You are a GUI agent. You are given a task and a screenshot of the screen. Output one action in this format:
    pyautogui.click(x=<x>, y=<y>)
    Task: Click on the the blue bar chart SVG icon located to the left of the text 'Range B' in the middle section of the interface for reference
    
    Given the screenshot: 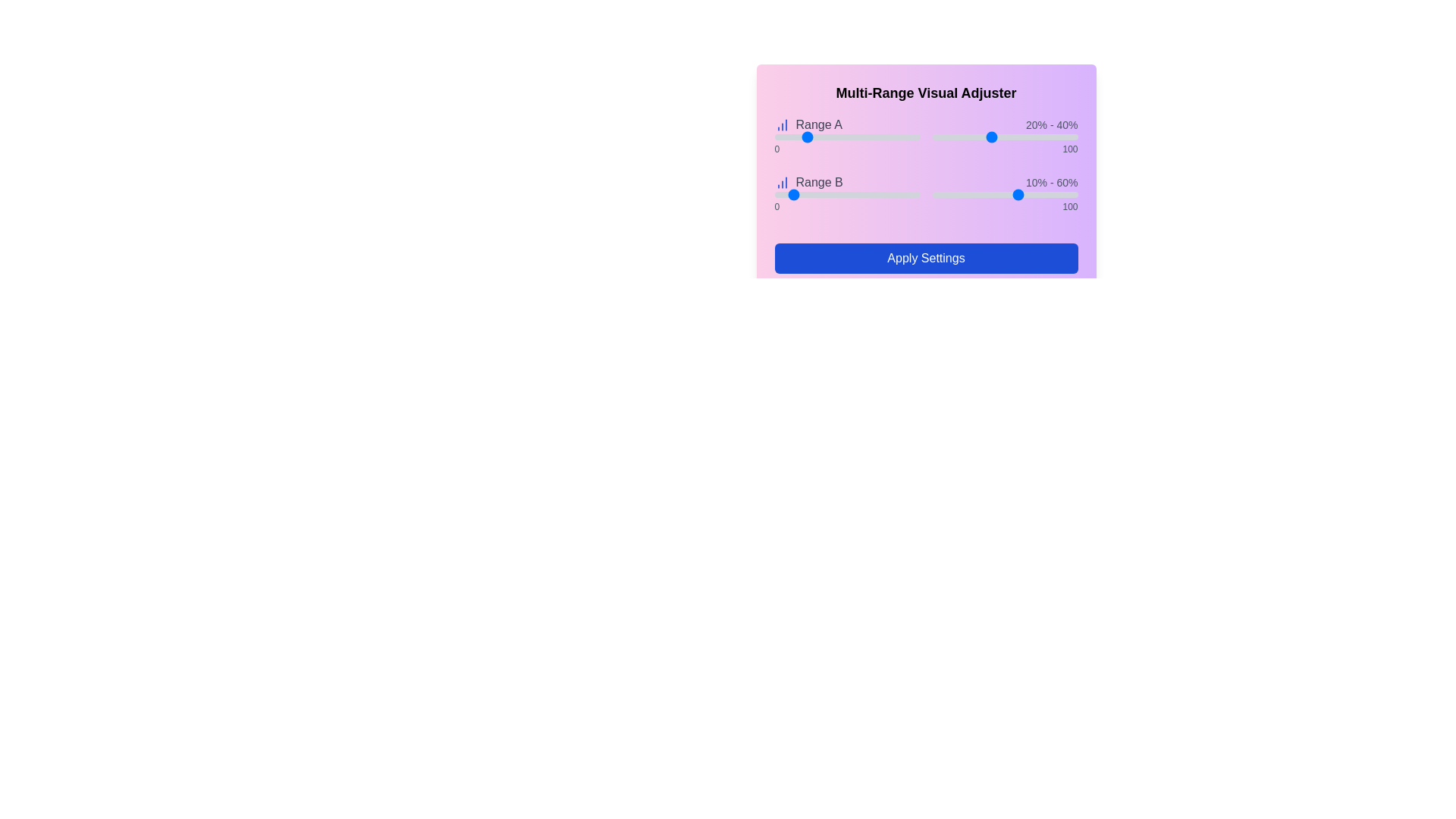 What is the action you would take?
    pyautogui.click(x=782, y=181)
    